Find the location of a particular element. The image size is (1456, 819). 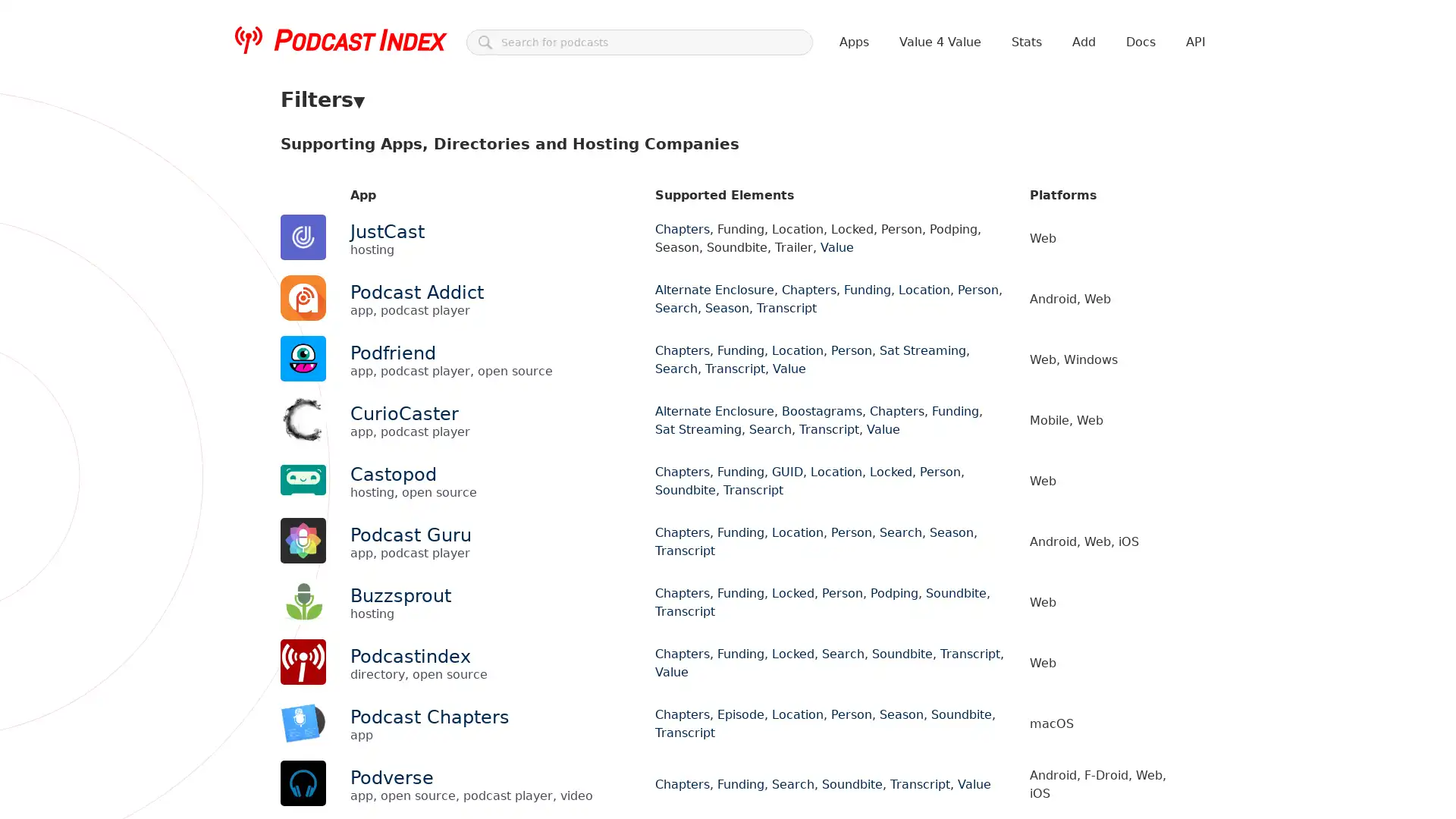

GUID is located at coordinates (716, 229).